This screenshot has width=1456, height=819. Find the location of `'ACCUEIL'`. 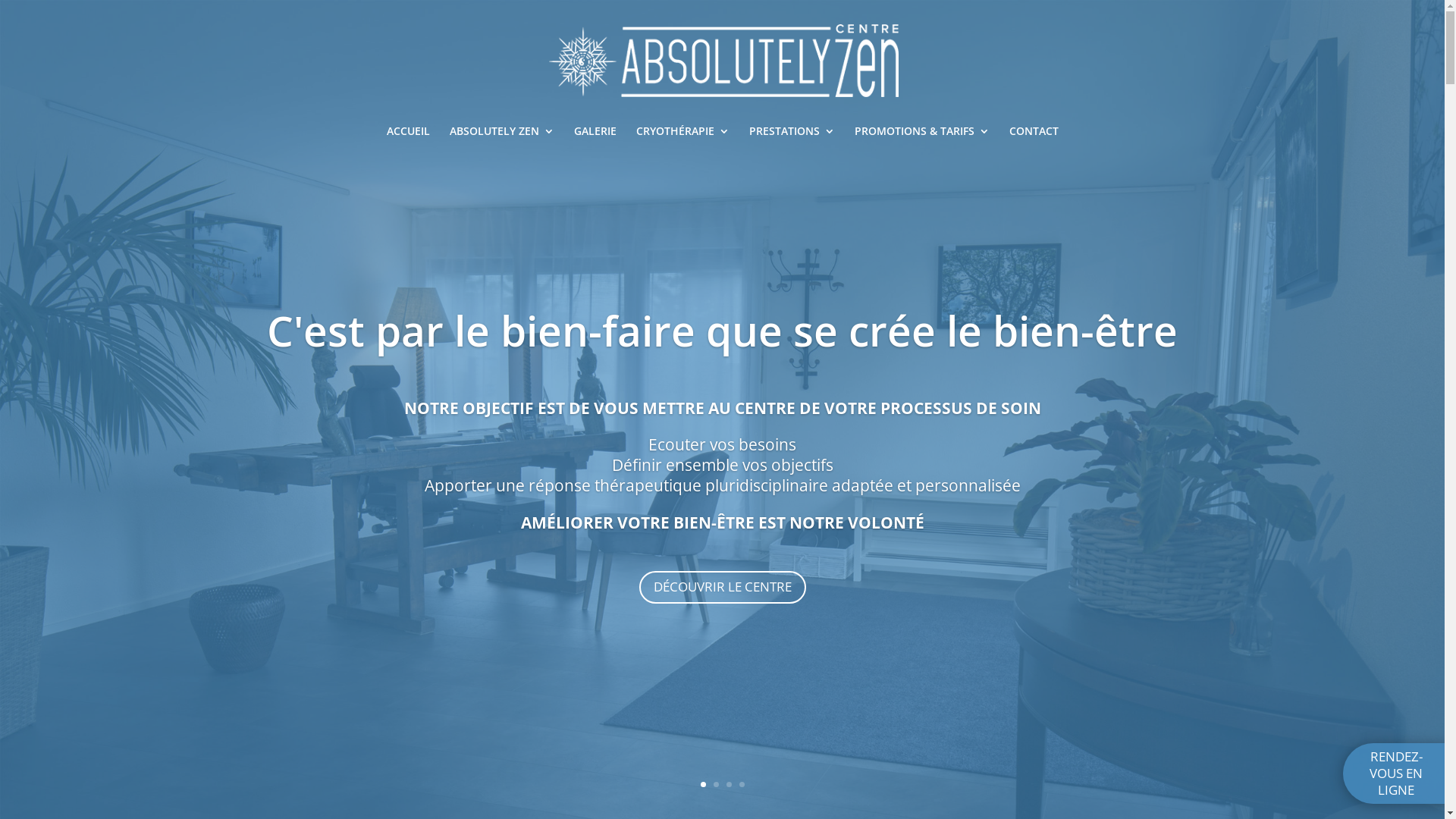

'ACCUEIL' is located at coordinates (386, 136).